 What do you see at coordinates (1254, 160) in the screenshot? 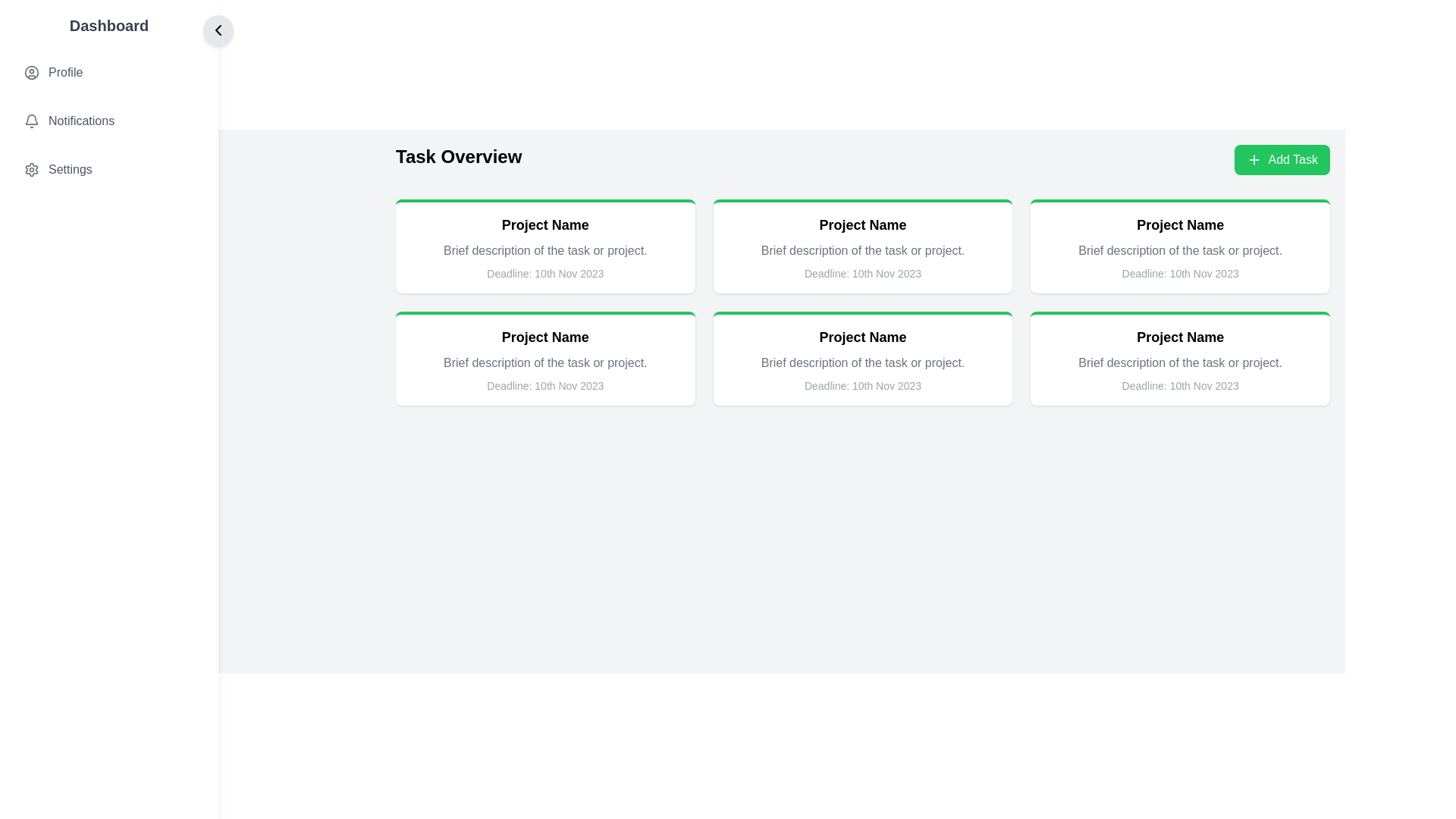
I see `the '+' icon that is centrally aligned inside the 'Add Task' button located at the top-right corner of the interface` at bounding box center [1254, 160].